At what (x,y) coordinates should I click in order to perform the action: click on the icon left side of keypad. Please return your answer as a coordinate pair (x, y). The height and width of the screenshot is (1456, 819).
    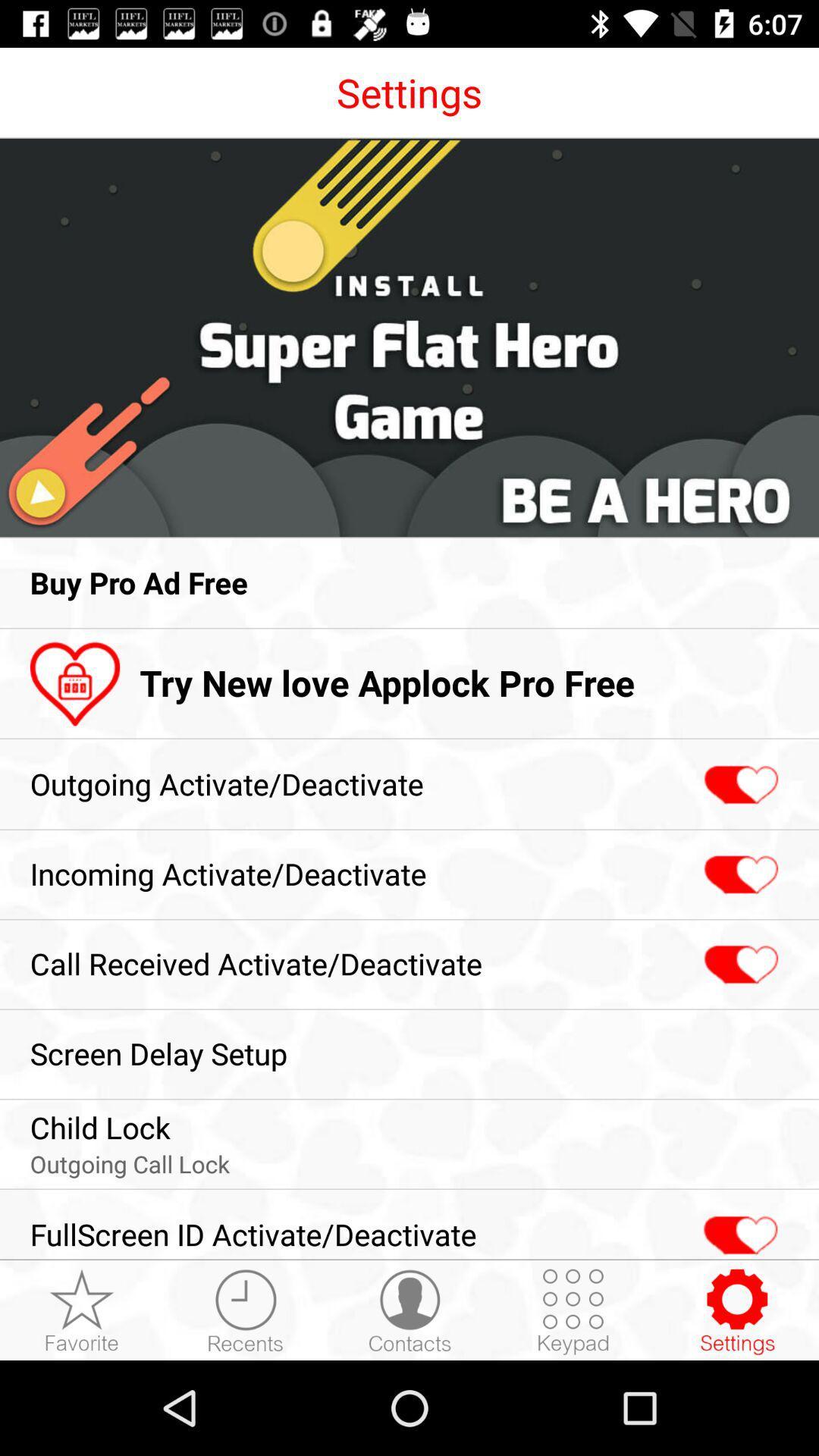
    Looking at the image, I should click on (409, 1310).